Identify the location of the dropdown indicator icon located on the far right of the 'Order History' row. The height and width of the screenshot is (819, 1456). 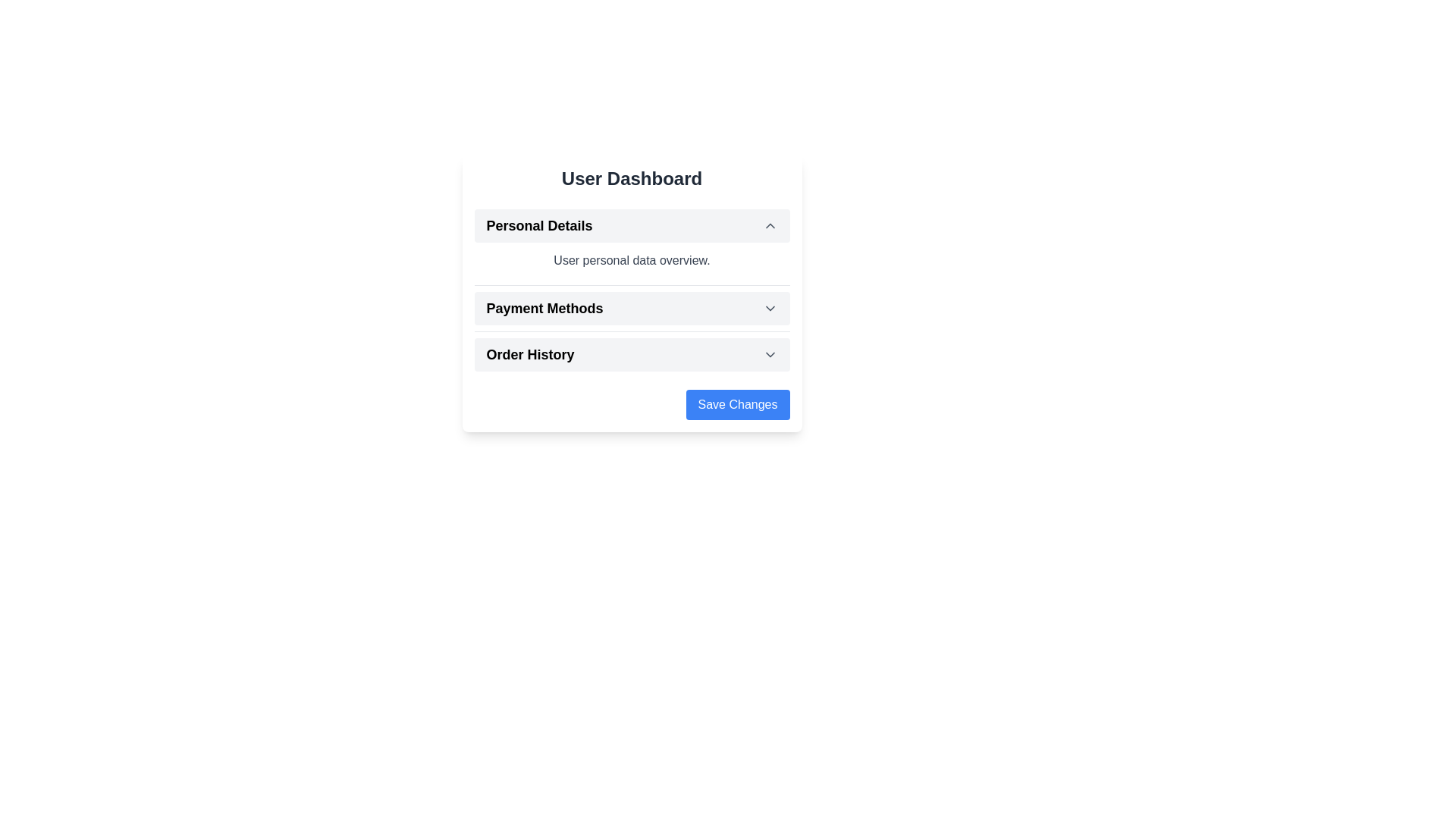
(770, 354).